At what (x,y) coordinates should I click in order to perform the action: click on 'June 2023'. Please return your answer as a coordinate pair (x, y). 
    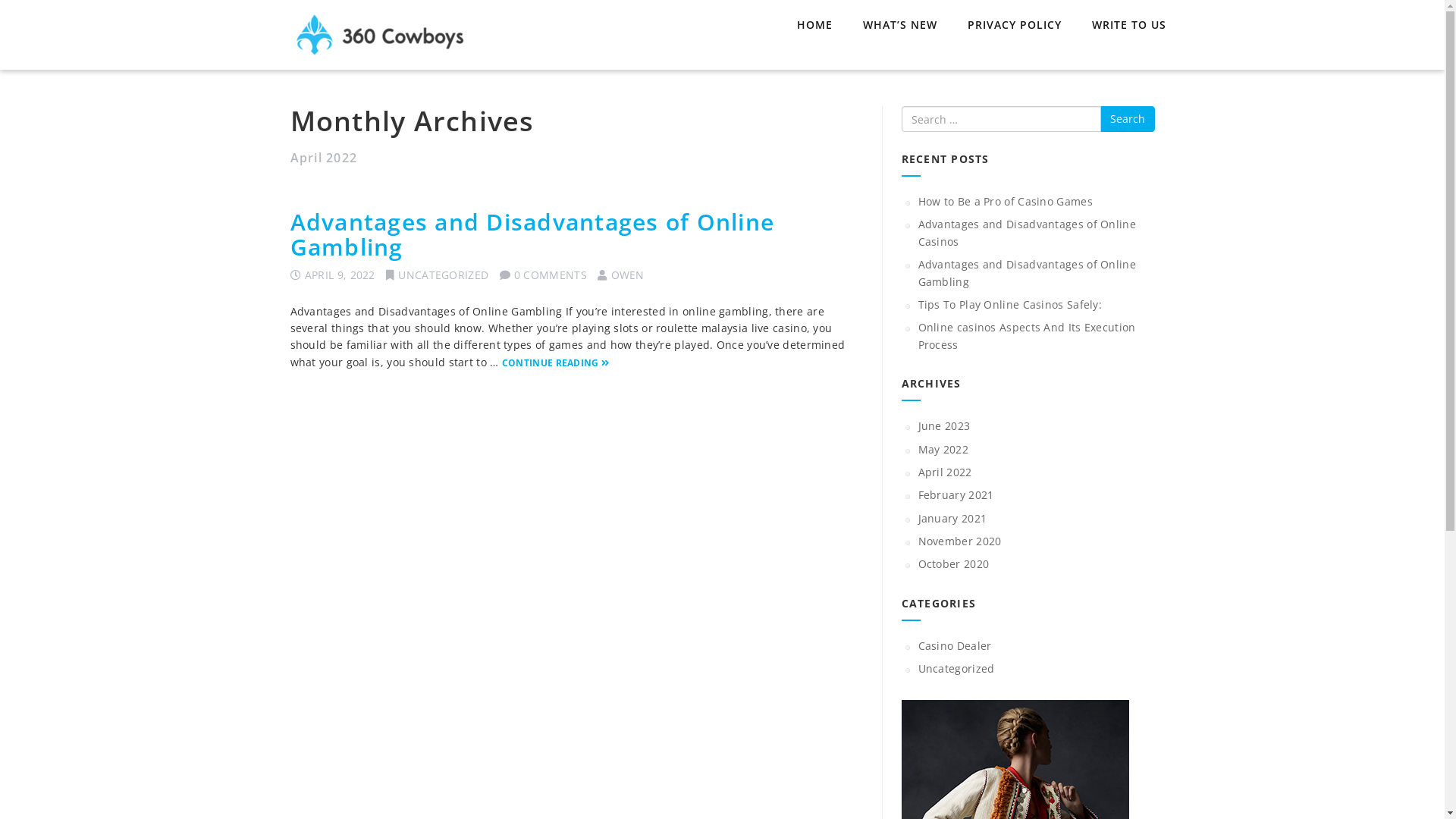
    Looking at the image, I should click on (943, 425).